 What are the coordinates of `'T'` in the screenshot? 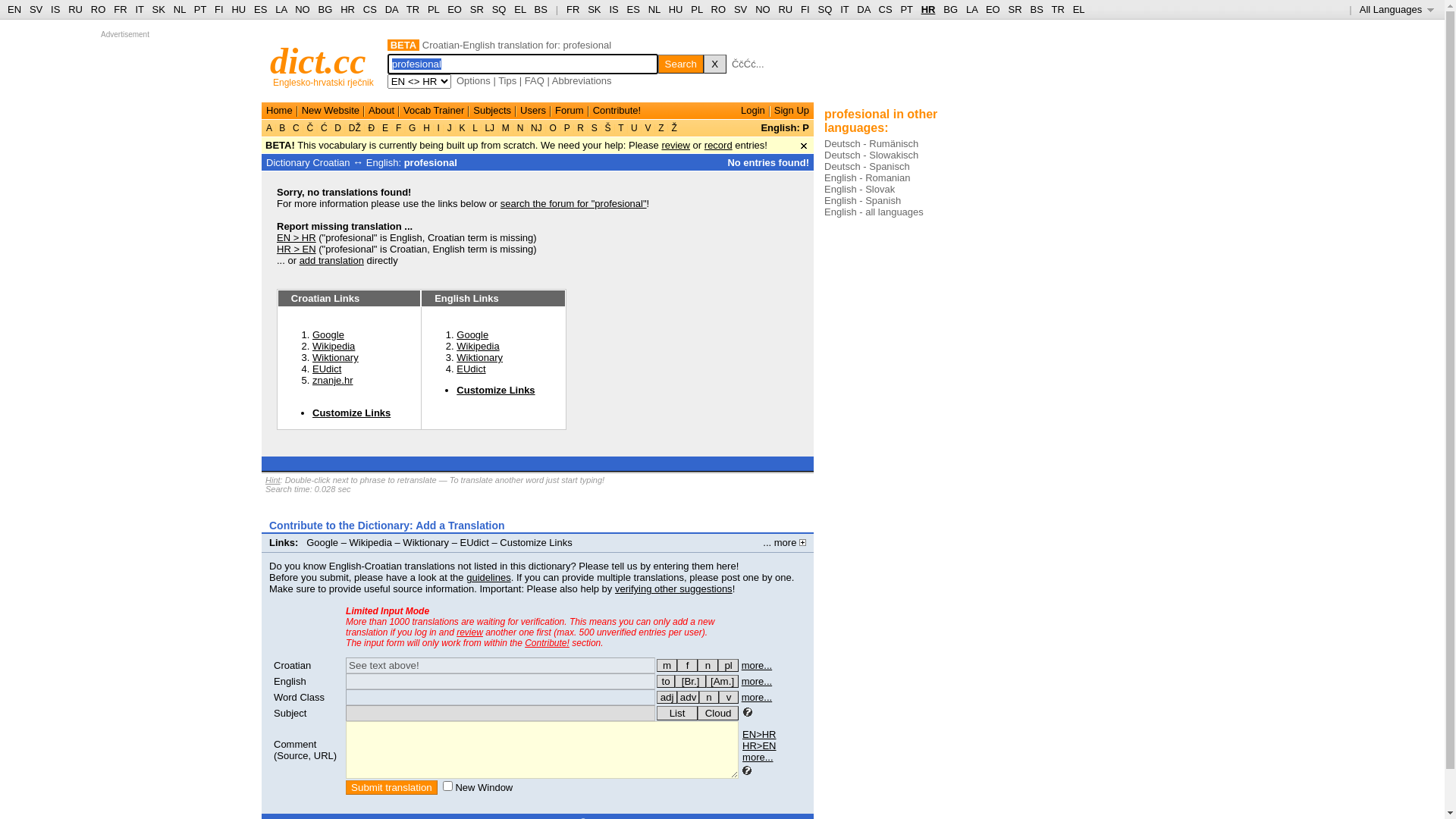 It's located at (621, 127).